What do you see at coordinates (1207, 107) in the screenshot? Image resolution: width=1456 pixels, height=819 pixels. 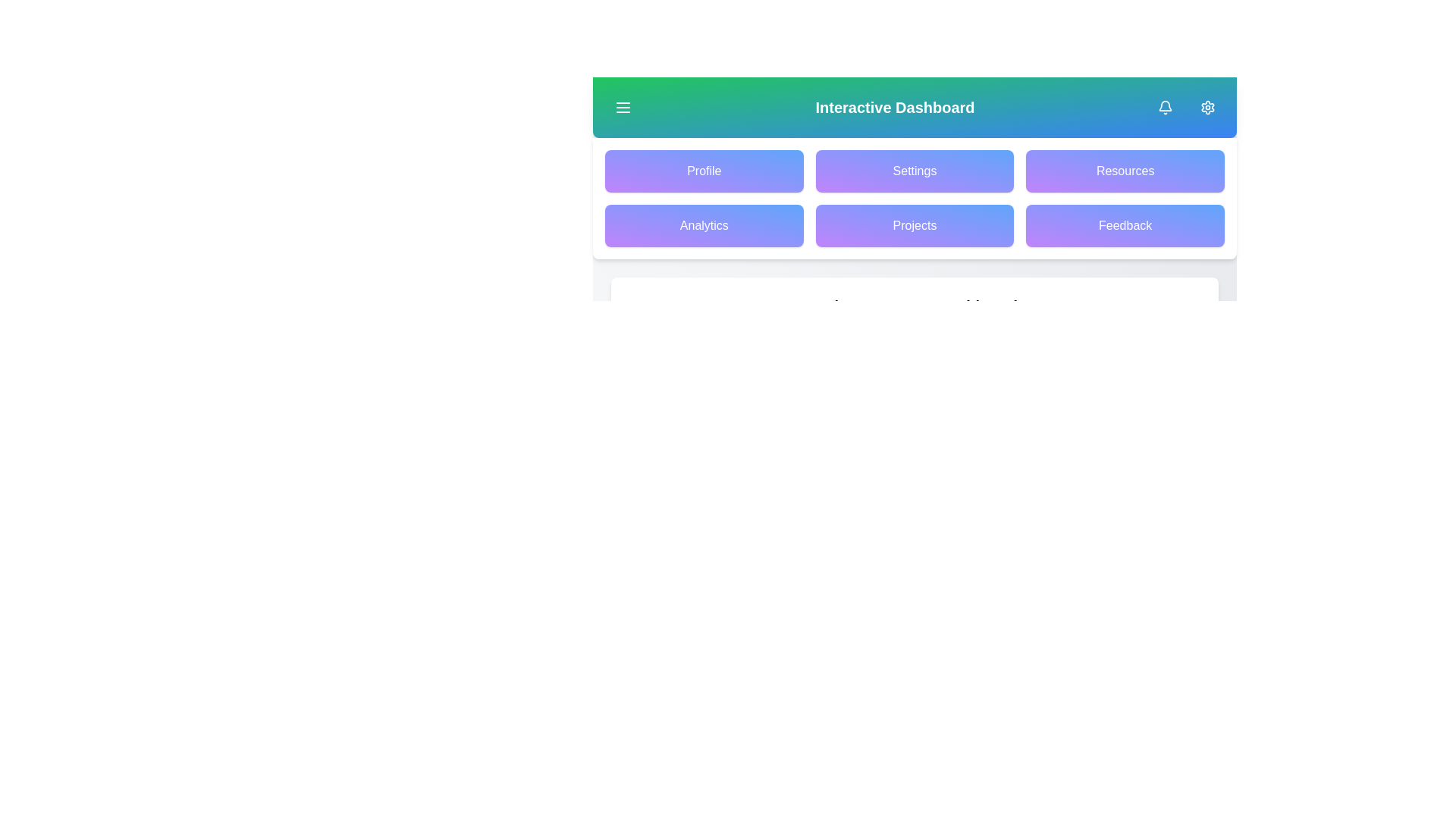 I see `the 'Settings' icon button in the top-right corner of the app bar` at bounding box center [1207, 107].